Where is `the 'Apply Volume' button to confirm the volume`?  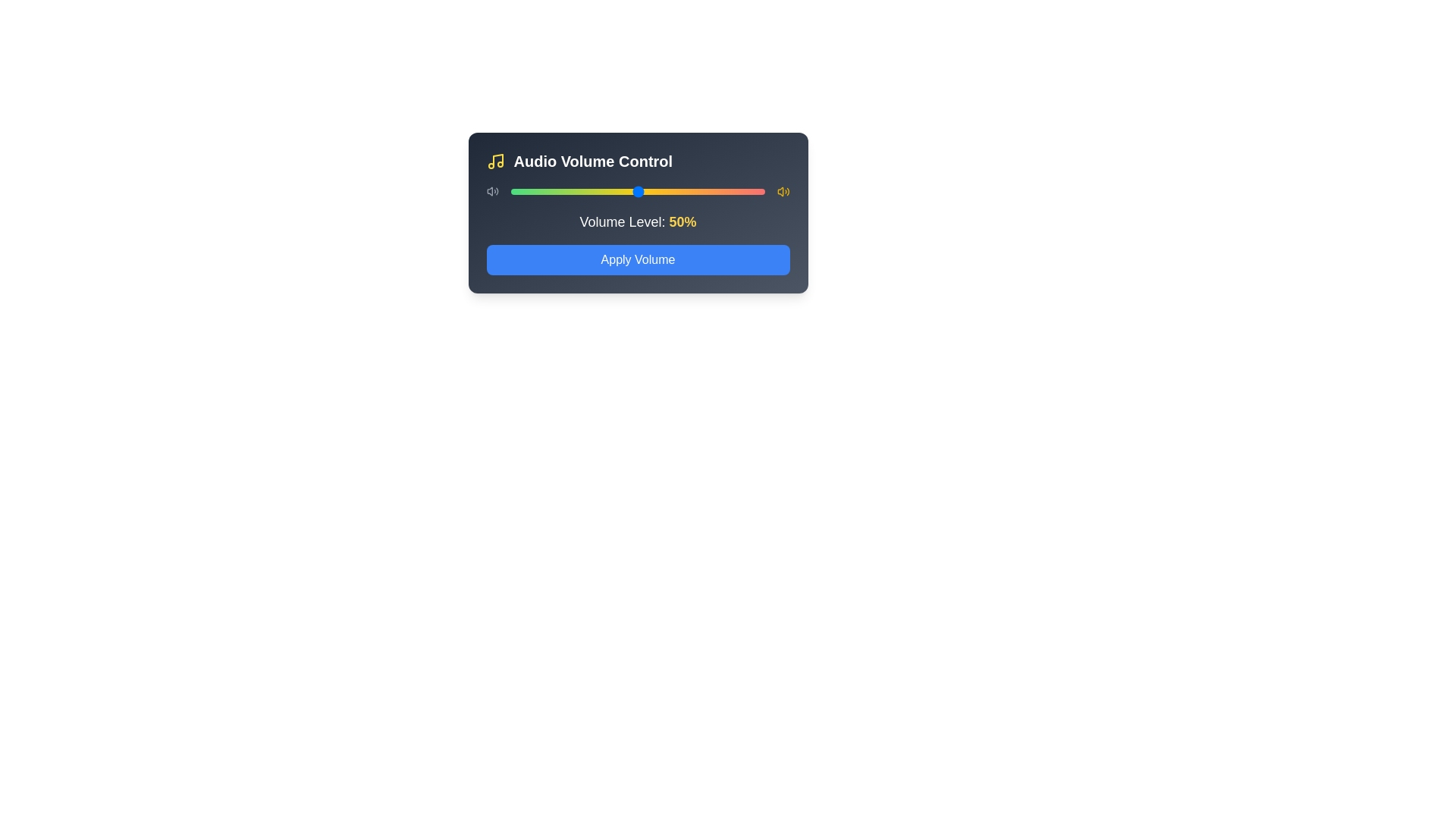 the 'Apply Volume' button to confirm the volume is located at coordinates (638, 259).